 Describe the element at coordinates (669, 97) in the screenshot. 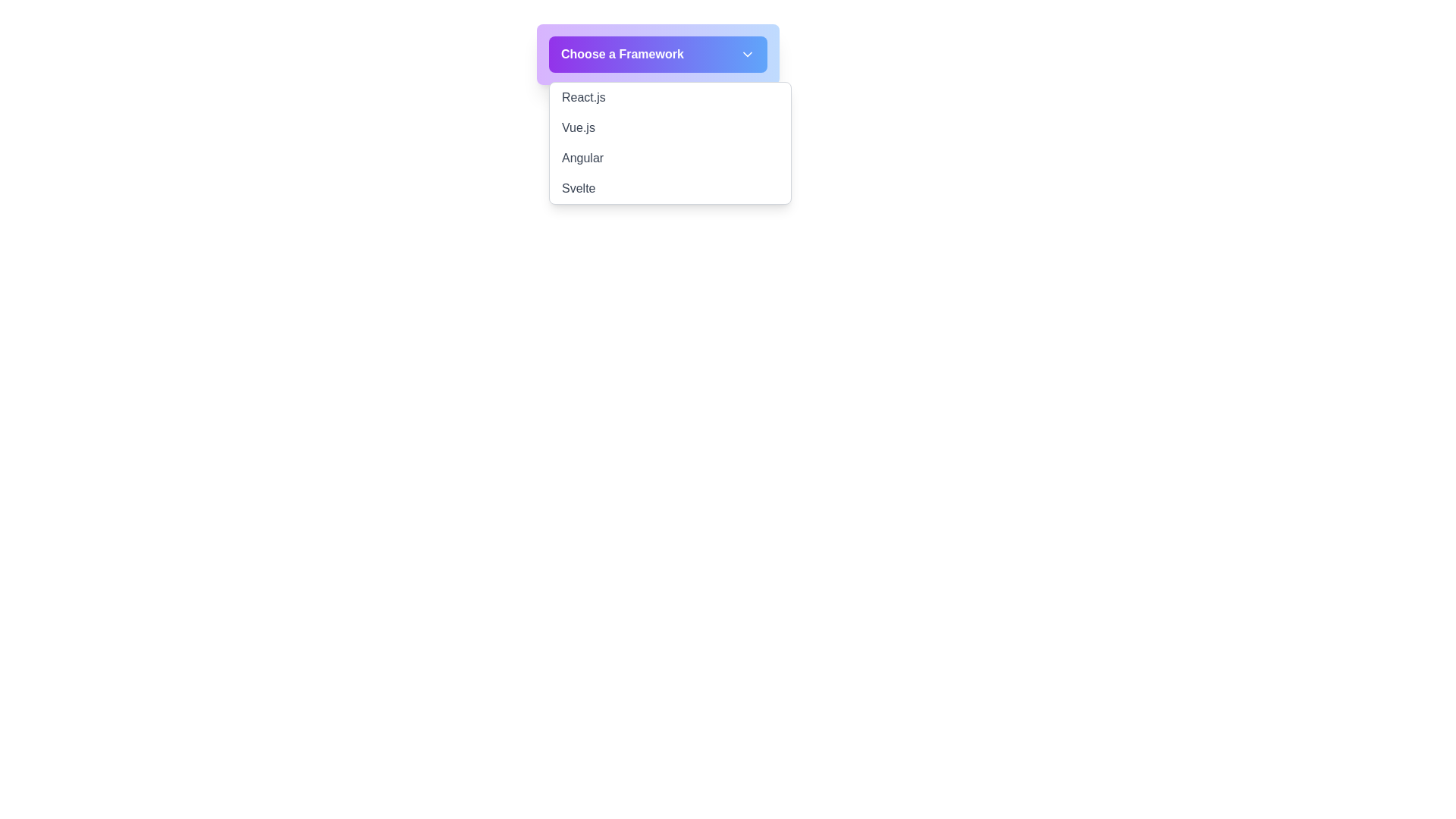

I see `the first item in the dropdown list` at that location.